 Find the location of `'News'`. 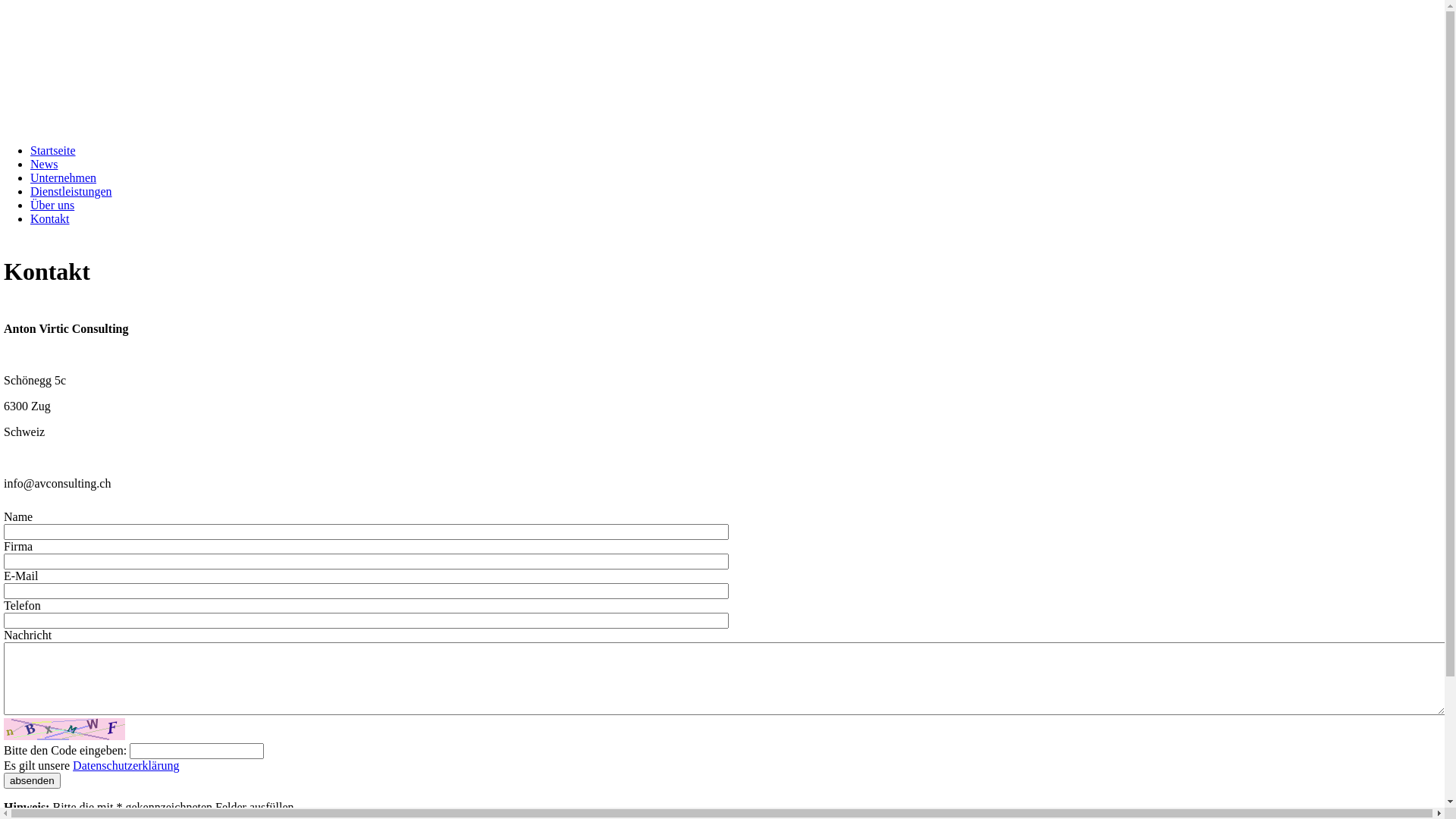

'News' is located at coordinates (43, 164).